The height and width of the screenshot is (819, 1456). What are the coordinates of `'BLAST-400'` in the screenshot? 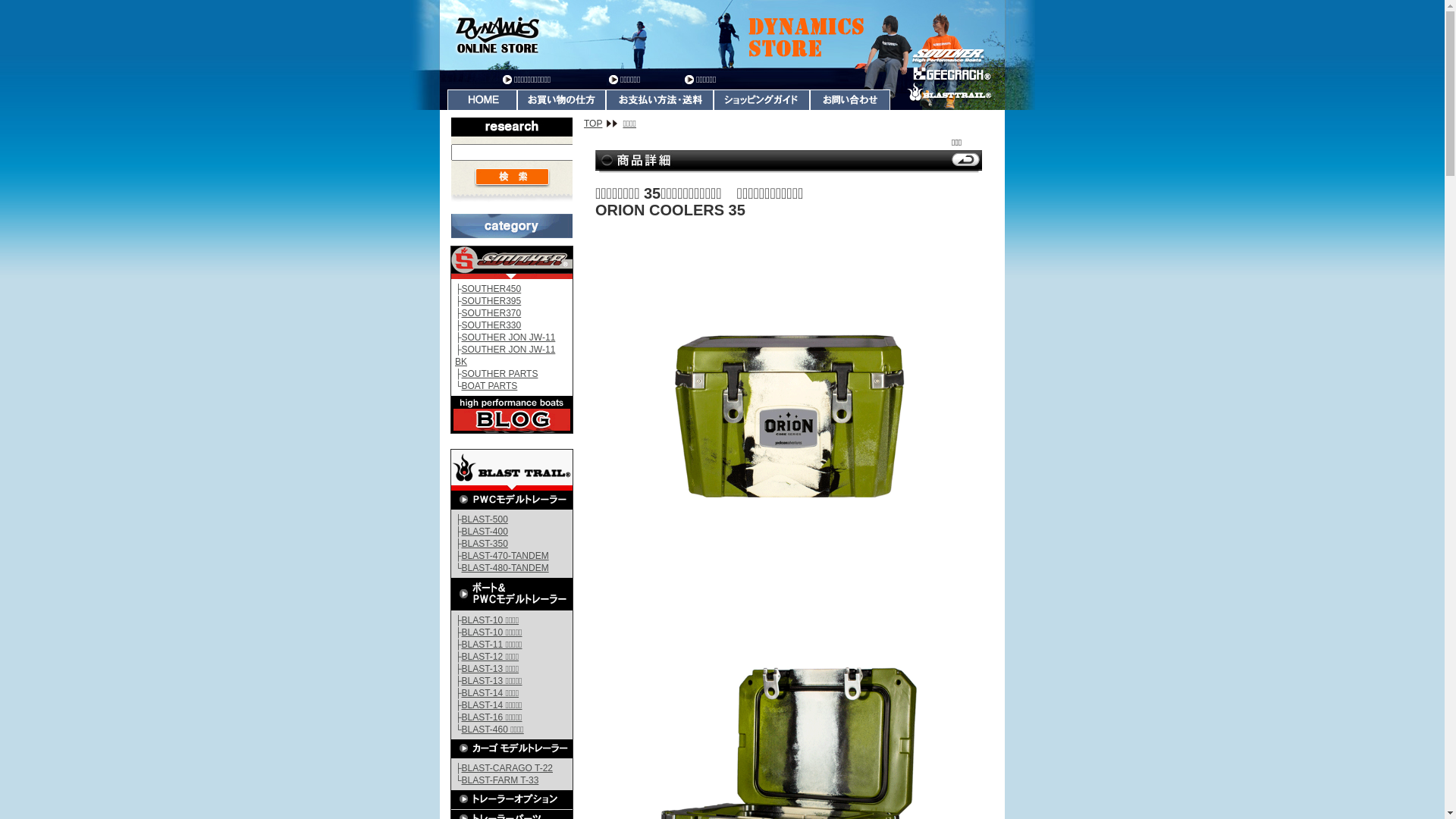 It's located at (484, 531).